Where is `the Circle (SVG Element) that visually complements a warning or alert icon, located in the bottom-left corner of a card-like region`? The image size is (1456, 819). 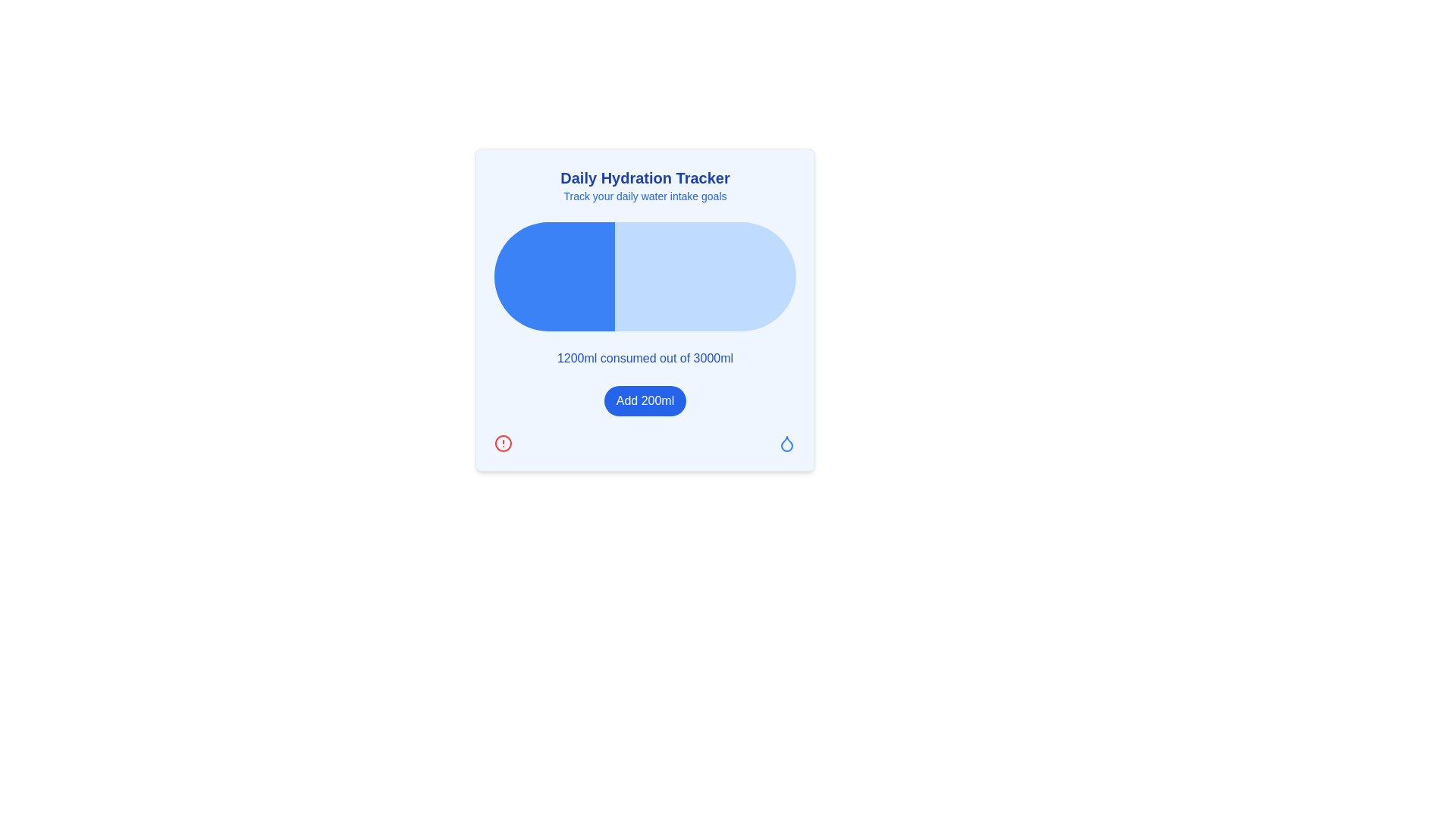
the Circle (SVG Element) that visually complements a warning or alert icon, located in the bottom-left corner of a card-like region is located at coordinates (503, 444).